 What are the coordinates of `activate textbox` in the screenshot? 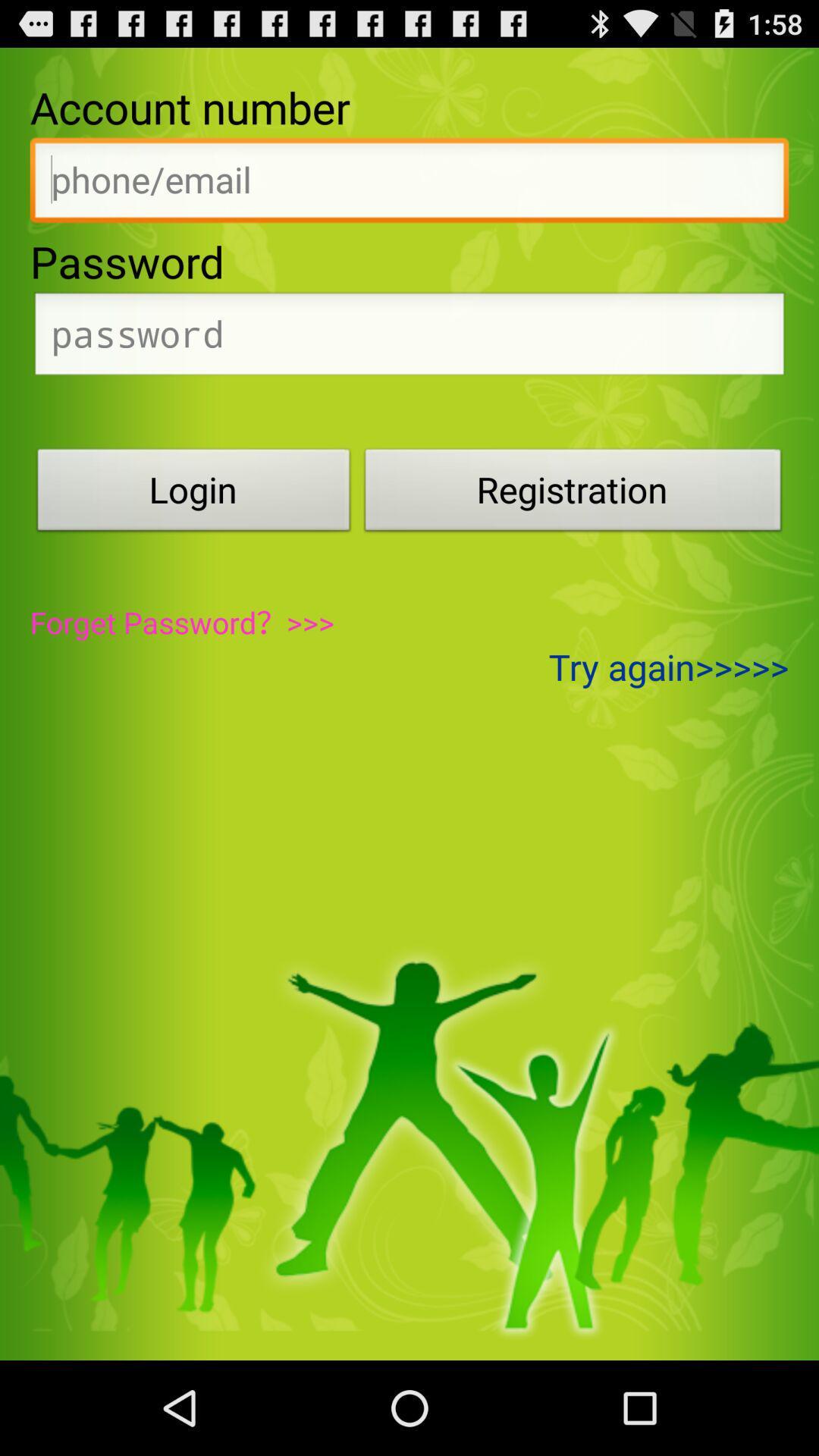 It's located at (409, 184).